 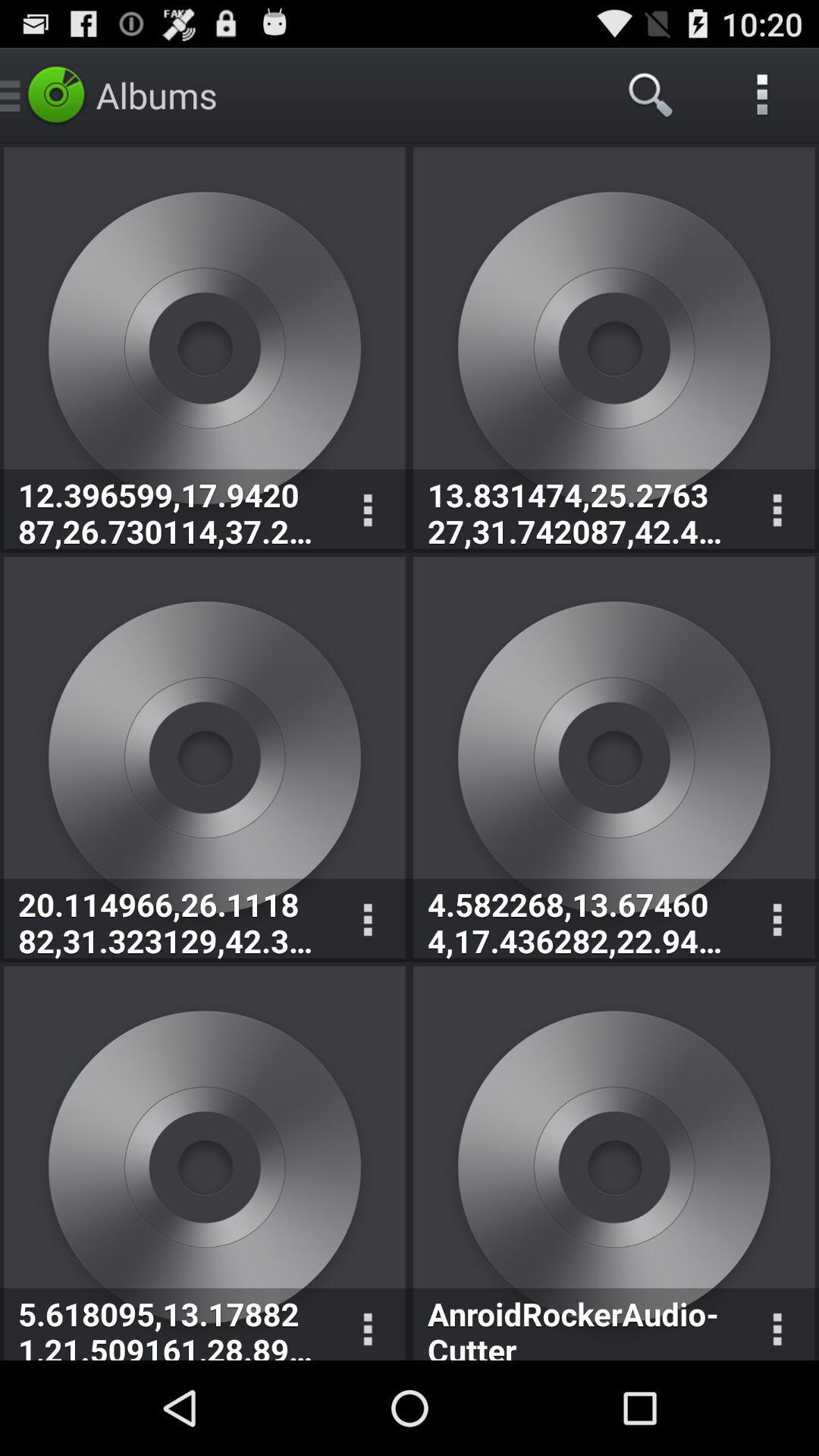 What do you see at coordinates (777, 1323) in the screenshot?
I see `open options` at bounding box center [777, 1323].